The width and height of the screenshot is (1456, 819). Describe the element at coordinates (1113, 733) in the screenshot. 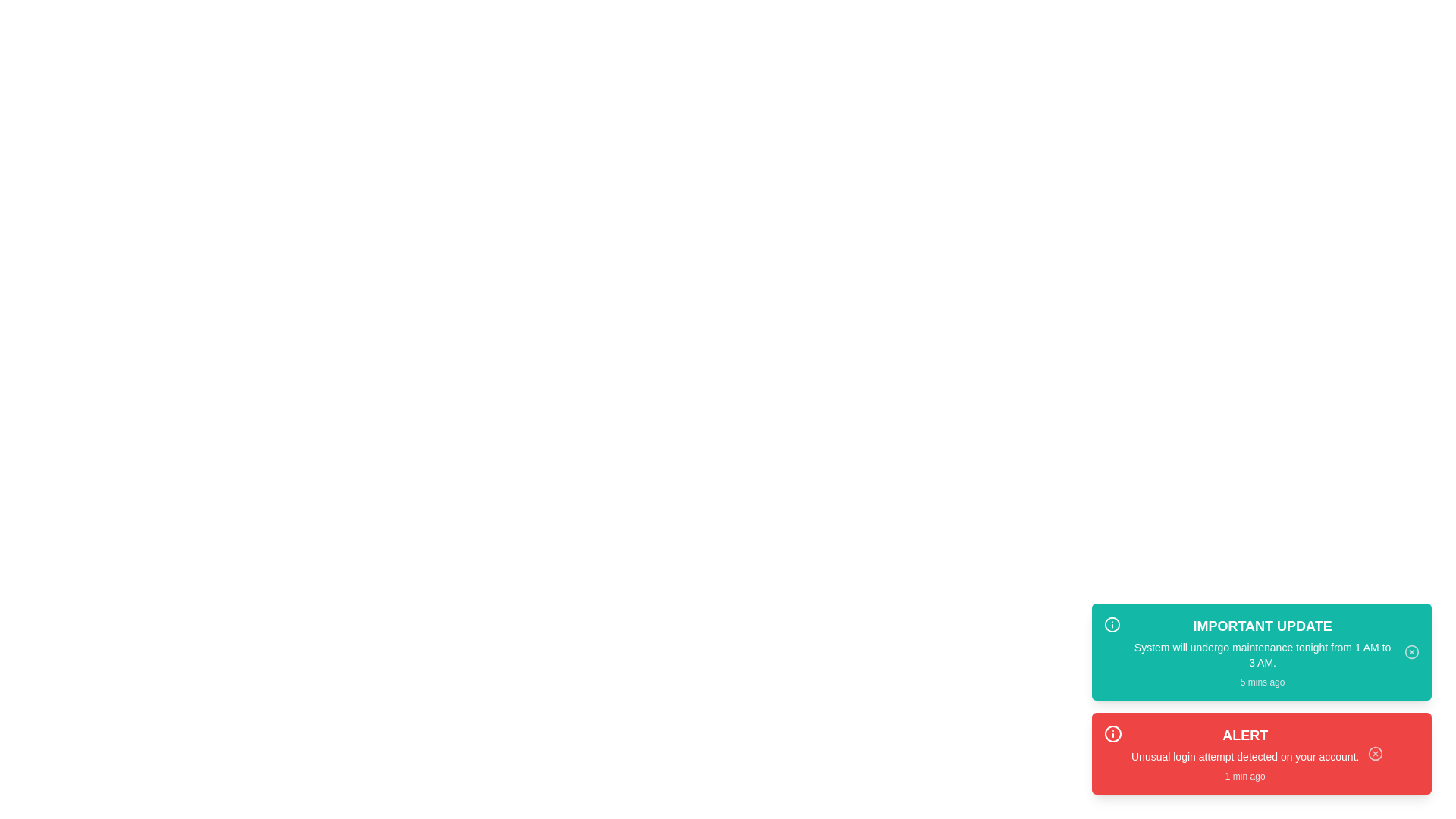

I see `the icon for security` at that location.